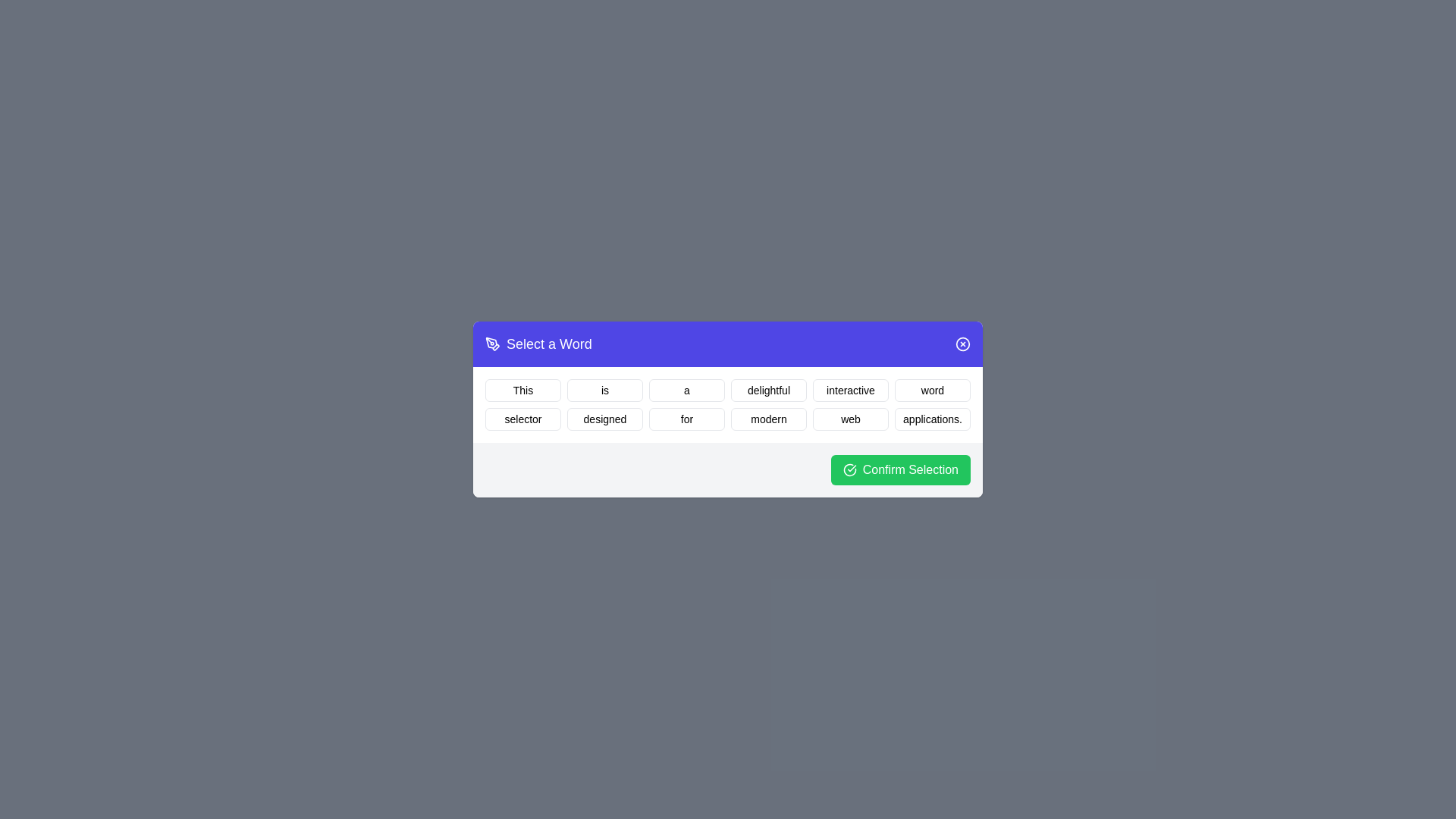 The height and width of the screenshot is (819, 1456). I want to click on the word is by clicking on it, so click(604, 390).